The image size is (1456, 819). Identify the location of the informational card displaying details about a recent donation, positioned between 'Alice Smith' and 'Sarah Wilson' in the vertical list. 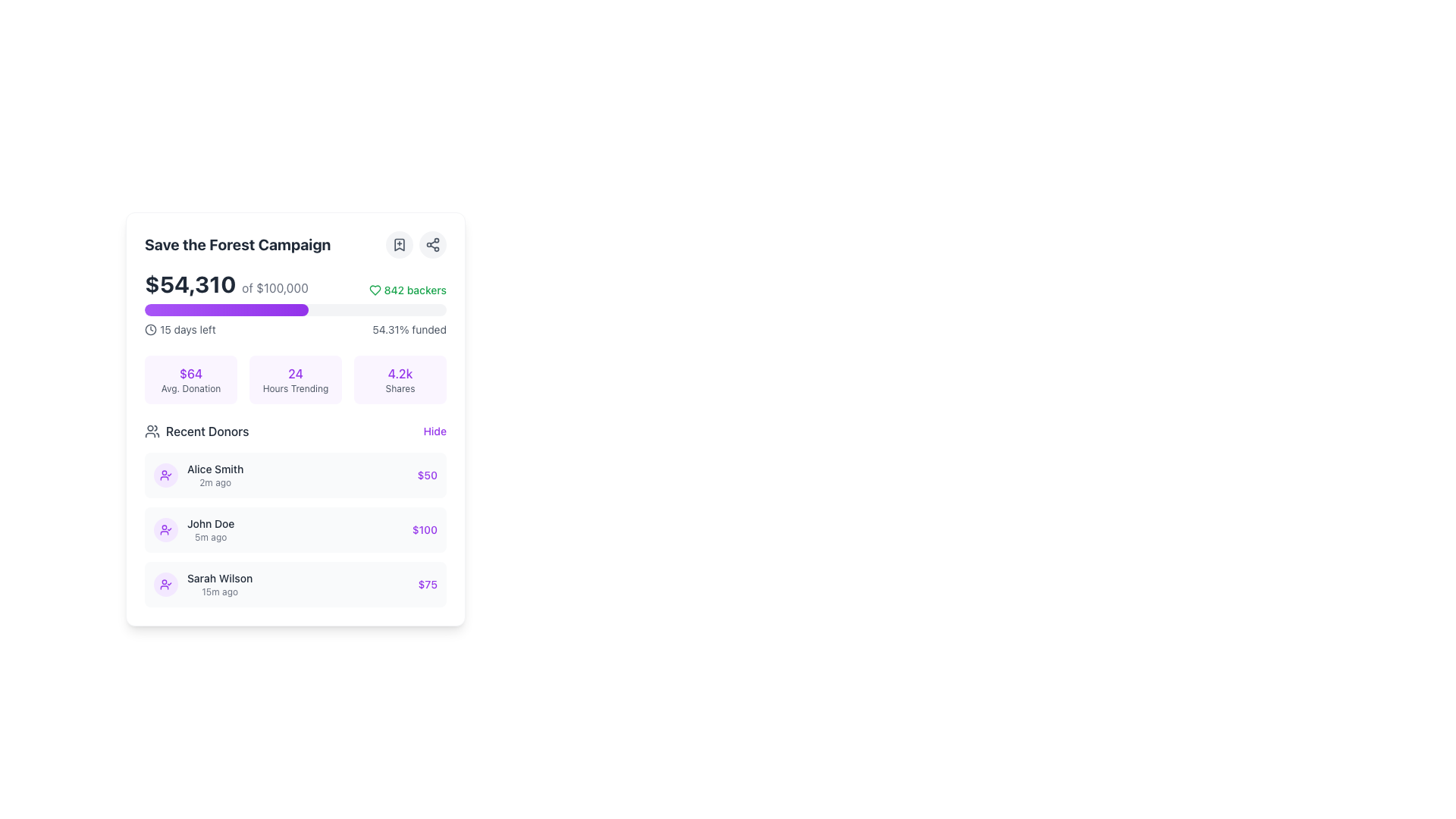
(295, 529).